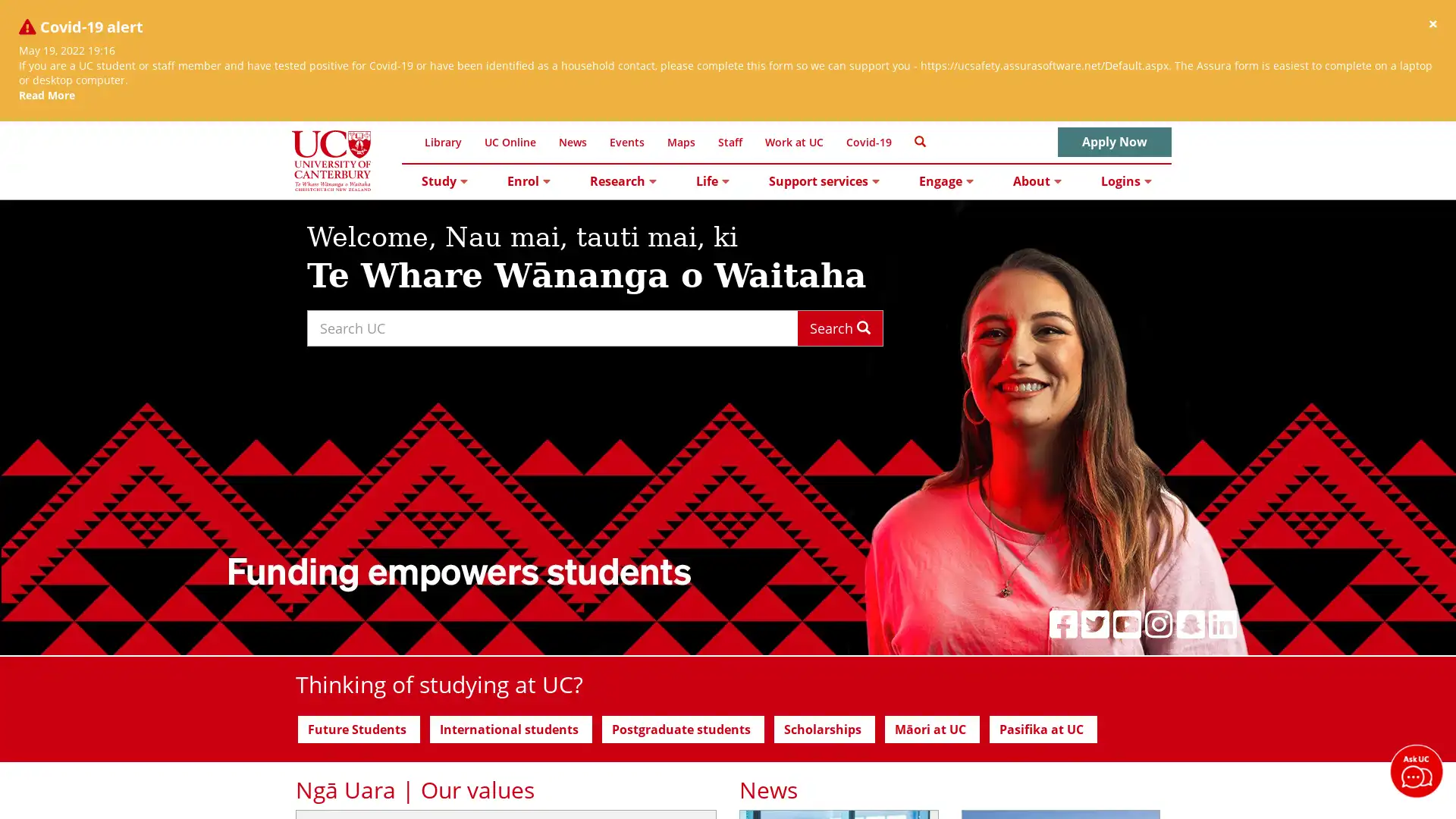  What do you see at coordinates (919, 140) in the screenshot?
I see `Search` at bounding box center [919, 140].